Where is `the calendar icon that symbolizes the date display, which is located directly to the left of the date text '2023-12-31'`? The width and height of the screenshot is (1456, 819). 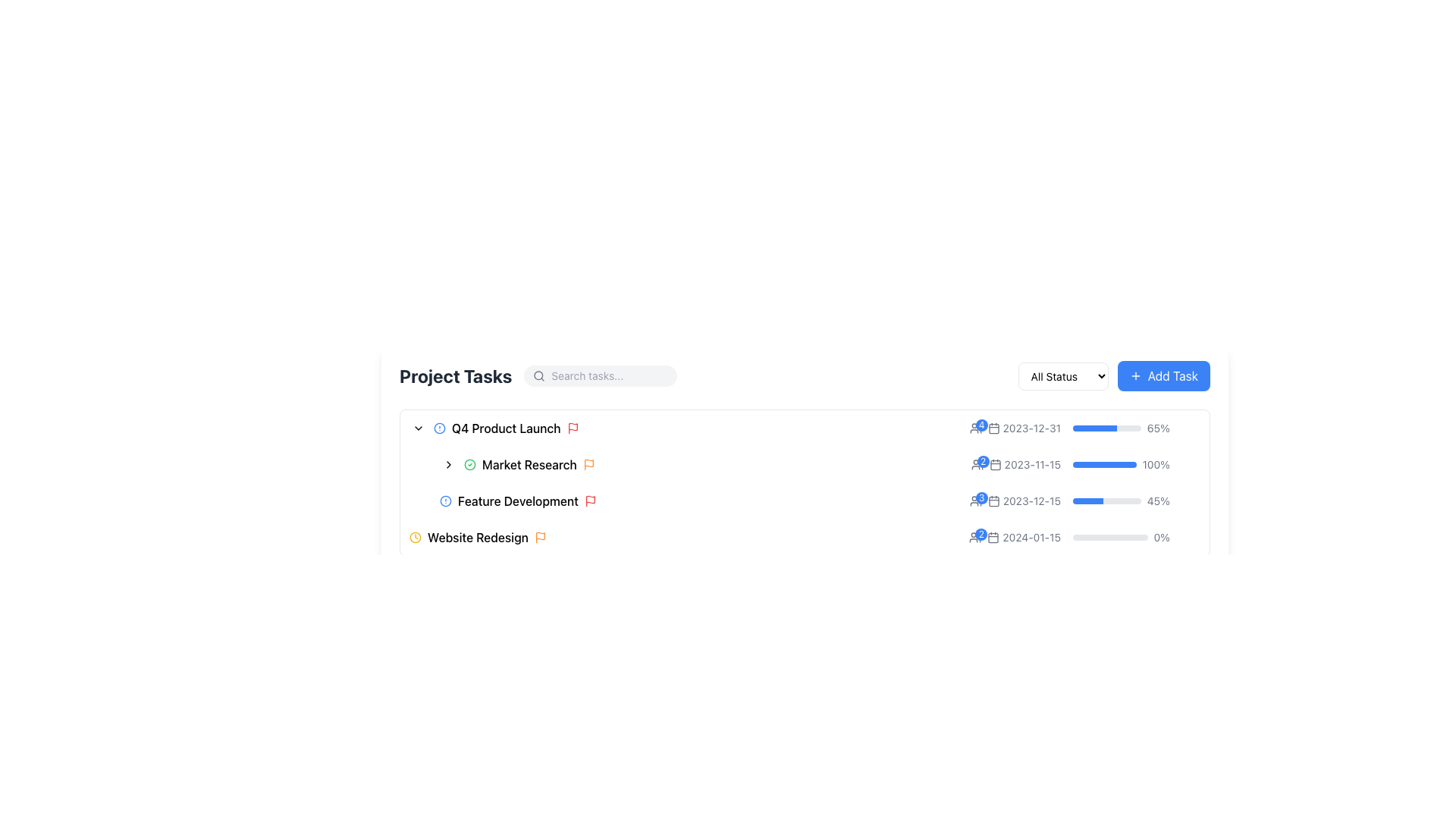
the calendar icon that symbolizes the date display, which is located directly to the left of the date text '2023-12-31' is located at coordinates (993, 428).